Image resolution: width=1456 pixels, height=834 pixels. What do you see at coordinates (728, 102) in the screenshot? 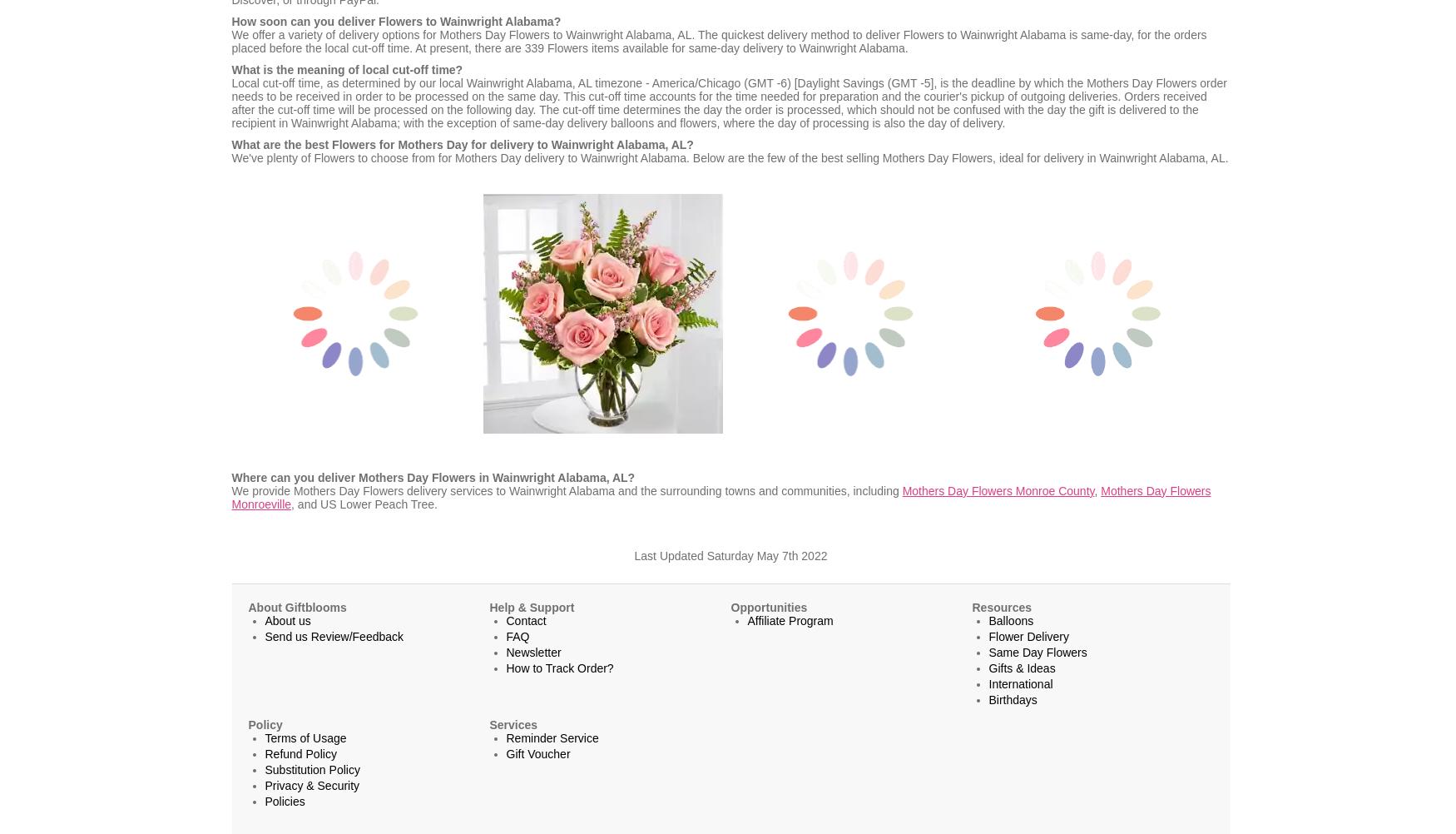
I see `'Local cut-off time, as determined by our local Wainwright Alabama, AL timezone - America/Chicago (GMT -6) [Daylight Savings (GMT -5], is the deadline by which the Mothers Day Flowers order needs to be received in order to be processed on the same day. This cut-off time accounts for the time needed for preparation and the courier's pickup of outgoing deliveries. Orders received after the cut-off time will be processed on the following day. The cut-off time determines the day the order is processed, which should not be confused with the day the gift is delivered to the recipient in Wainwright Alabama; with the exception of same-day delivery balloons and flowers, where the day of processing is also the day of delivery.'` at bounding box center [728, 102].